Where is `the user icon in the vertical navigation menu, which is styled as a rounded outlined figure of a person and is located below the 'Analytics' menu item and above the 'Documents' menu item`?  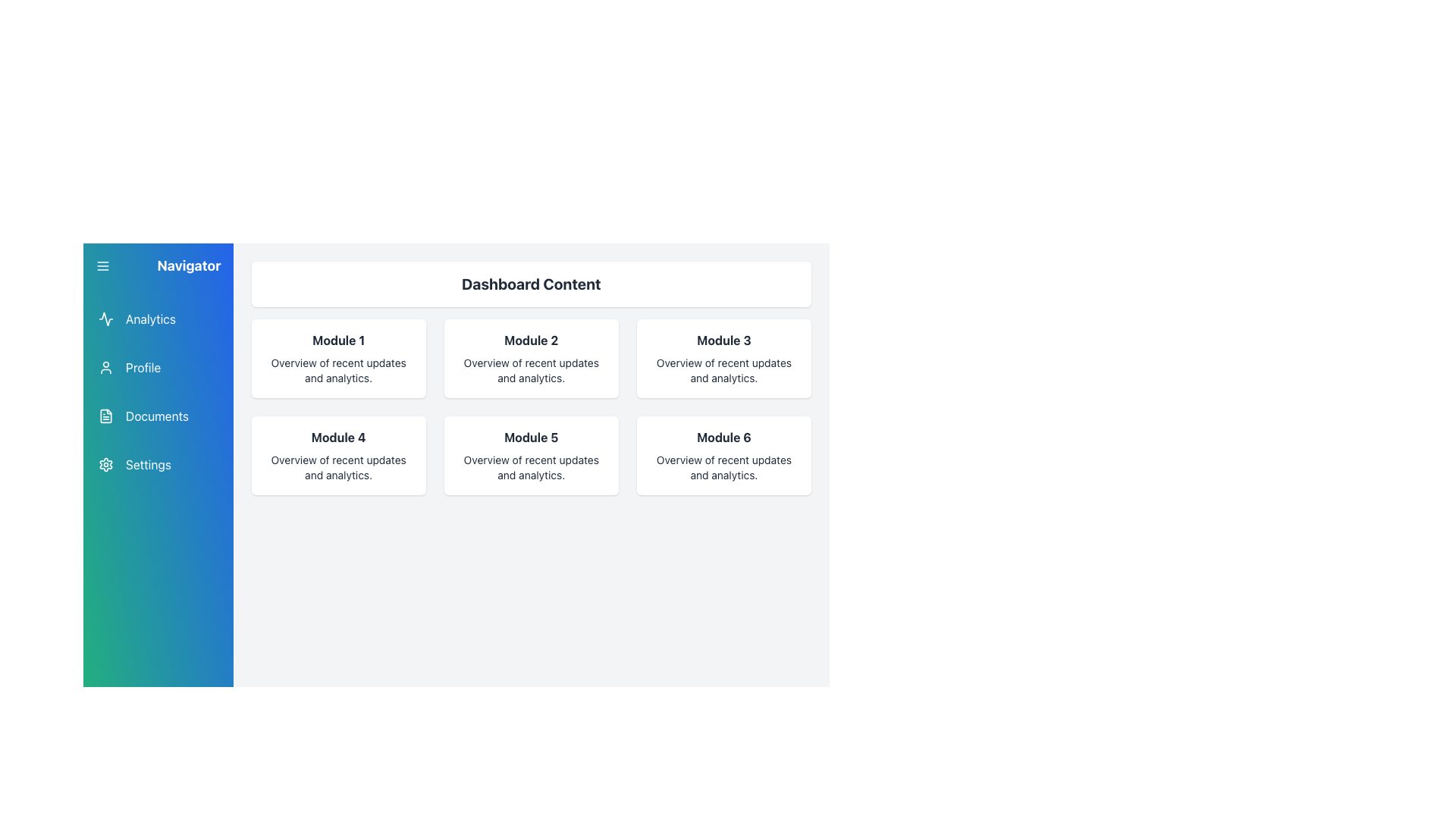 the user icon in the vertical navigation menu, which is styled as a rounded outlined figure of a person and is located below the 'Analytics' menu item and above the 'Documents' menu item is located at coordinates (105, 368).